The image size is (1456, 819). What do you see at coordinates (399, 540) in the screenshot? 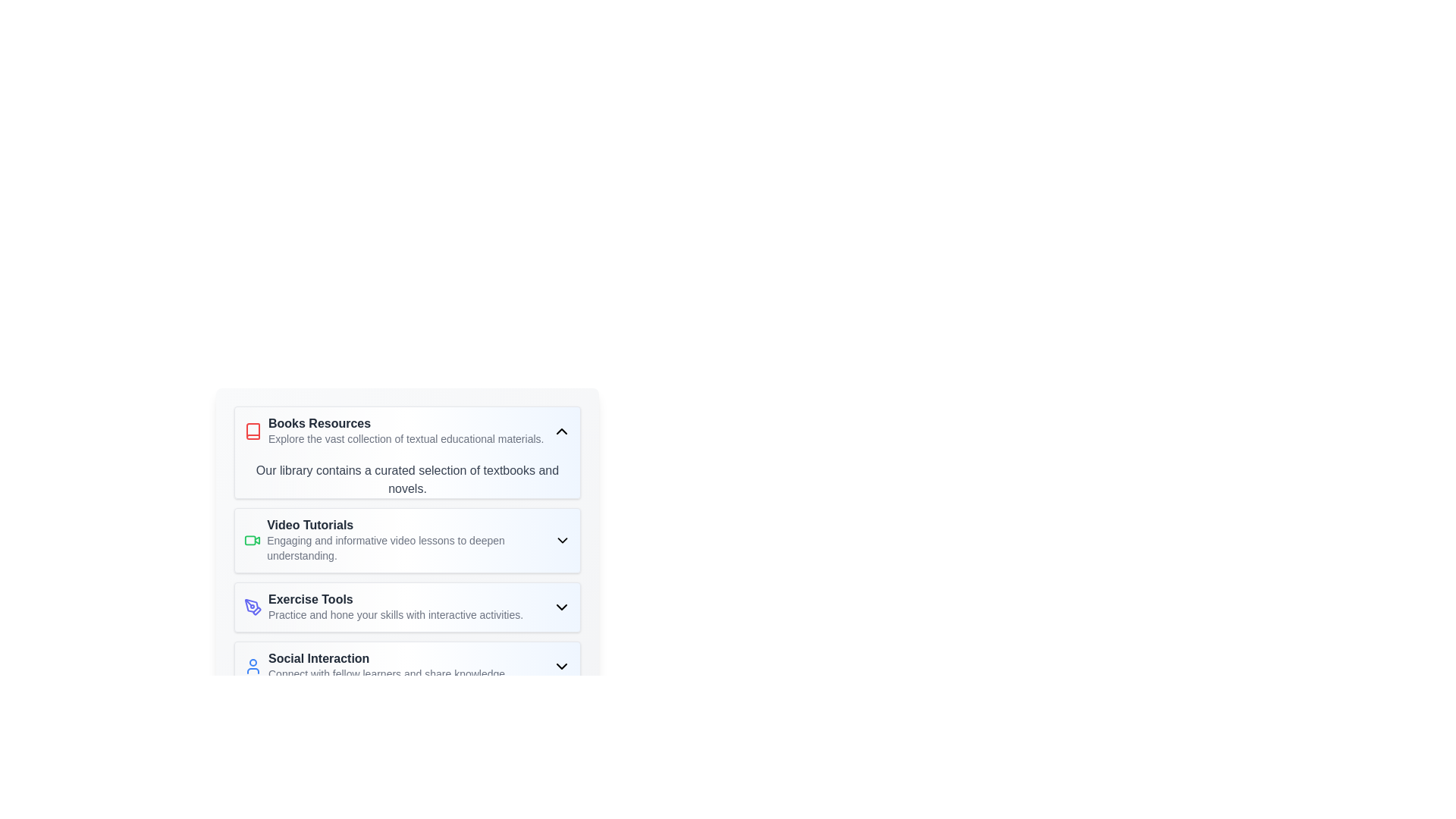
I see `contents of the section header titled 'Video Tutorials' which includes a brief description about engaging and informative video lessons` at bounding box center [399, 540].